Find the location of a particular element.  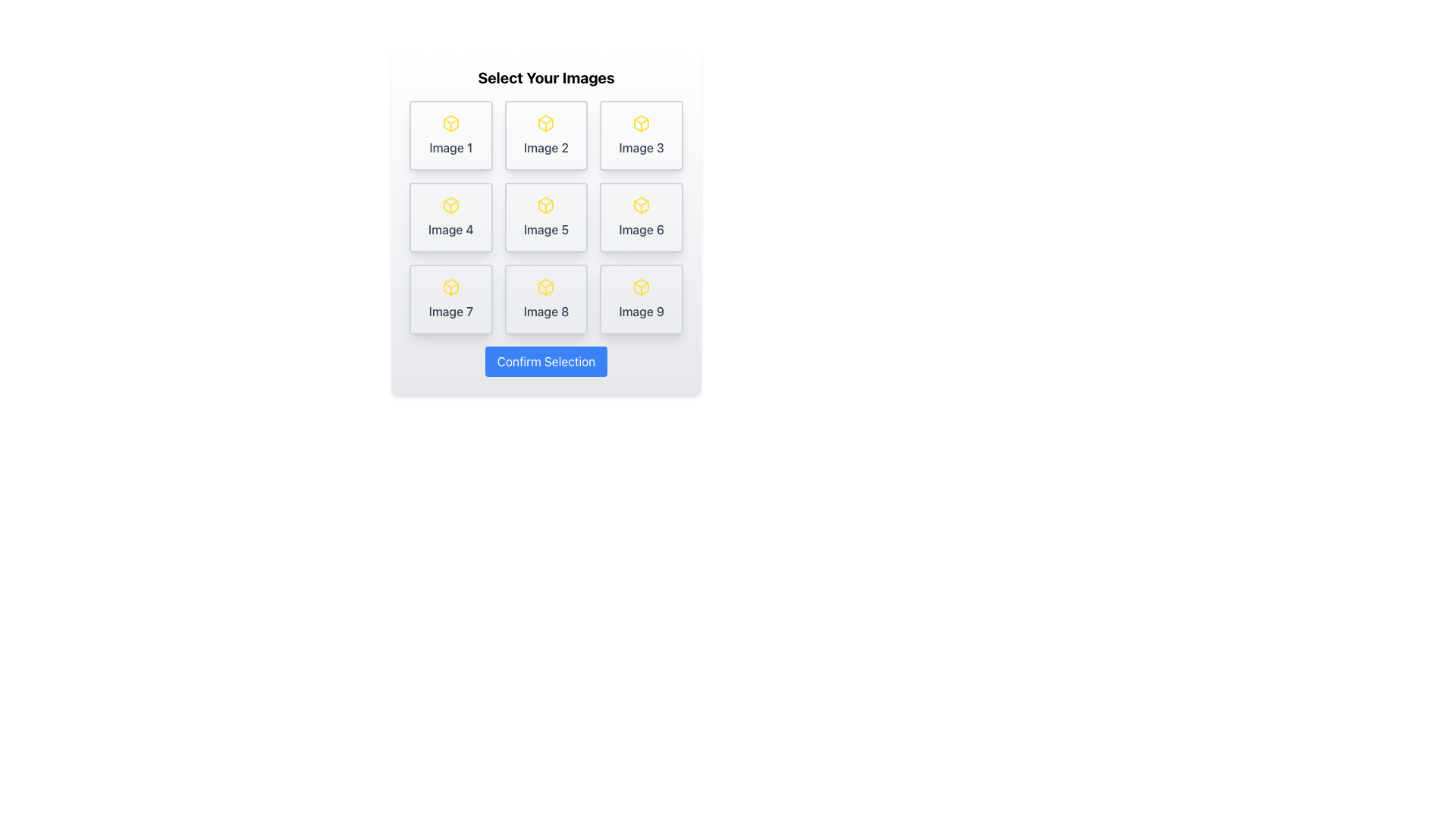

the decorative icon that visually represents an image, which is centered above the text 'Image 4' in a 3x3 grid layout is located at coordinates (450, 205).